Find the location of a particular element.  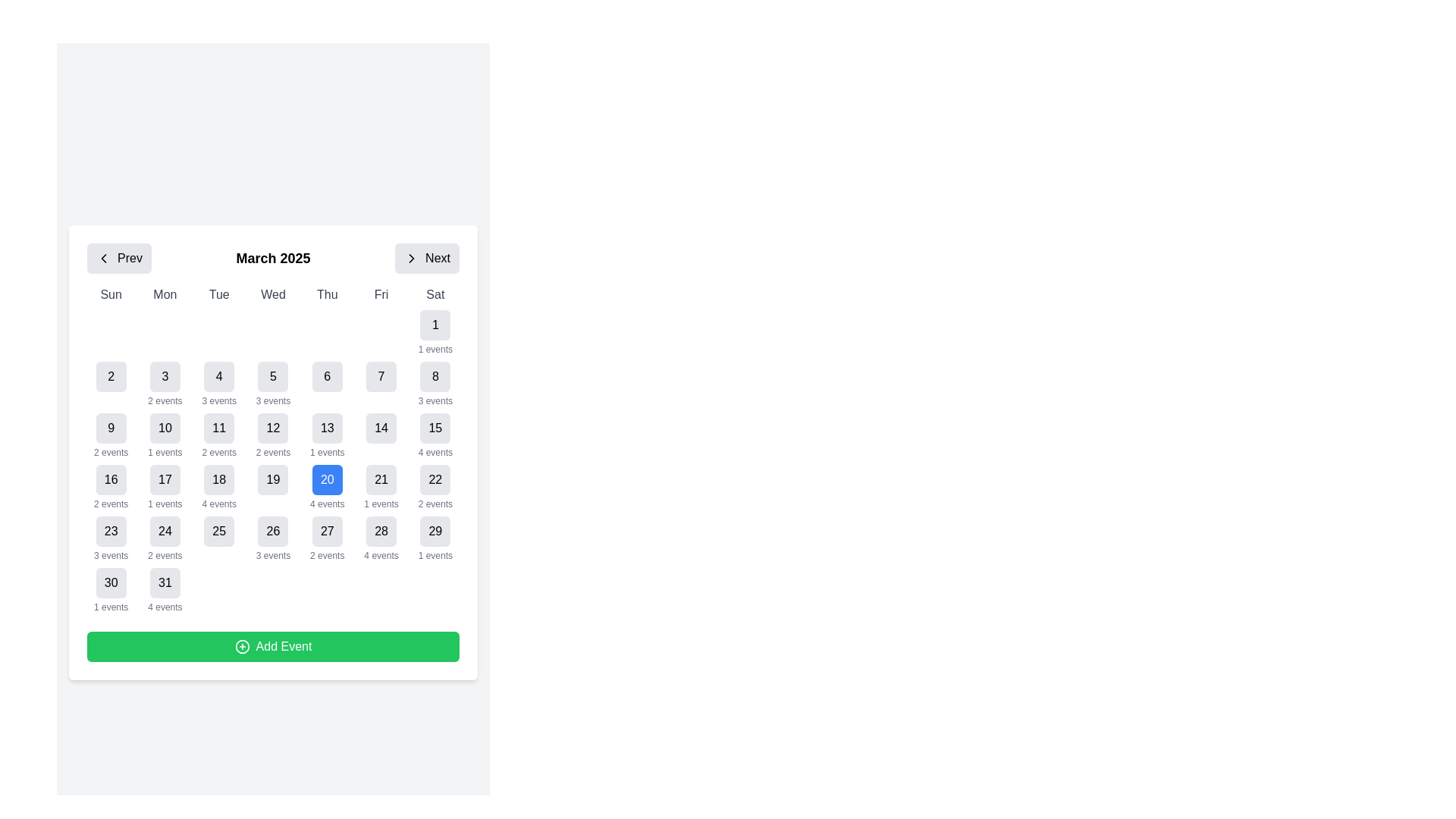

the calendar day cell that displays the date '18' and the label '4 events' to highlight or open a detailed view is located at coordinates (218, 488).